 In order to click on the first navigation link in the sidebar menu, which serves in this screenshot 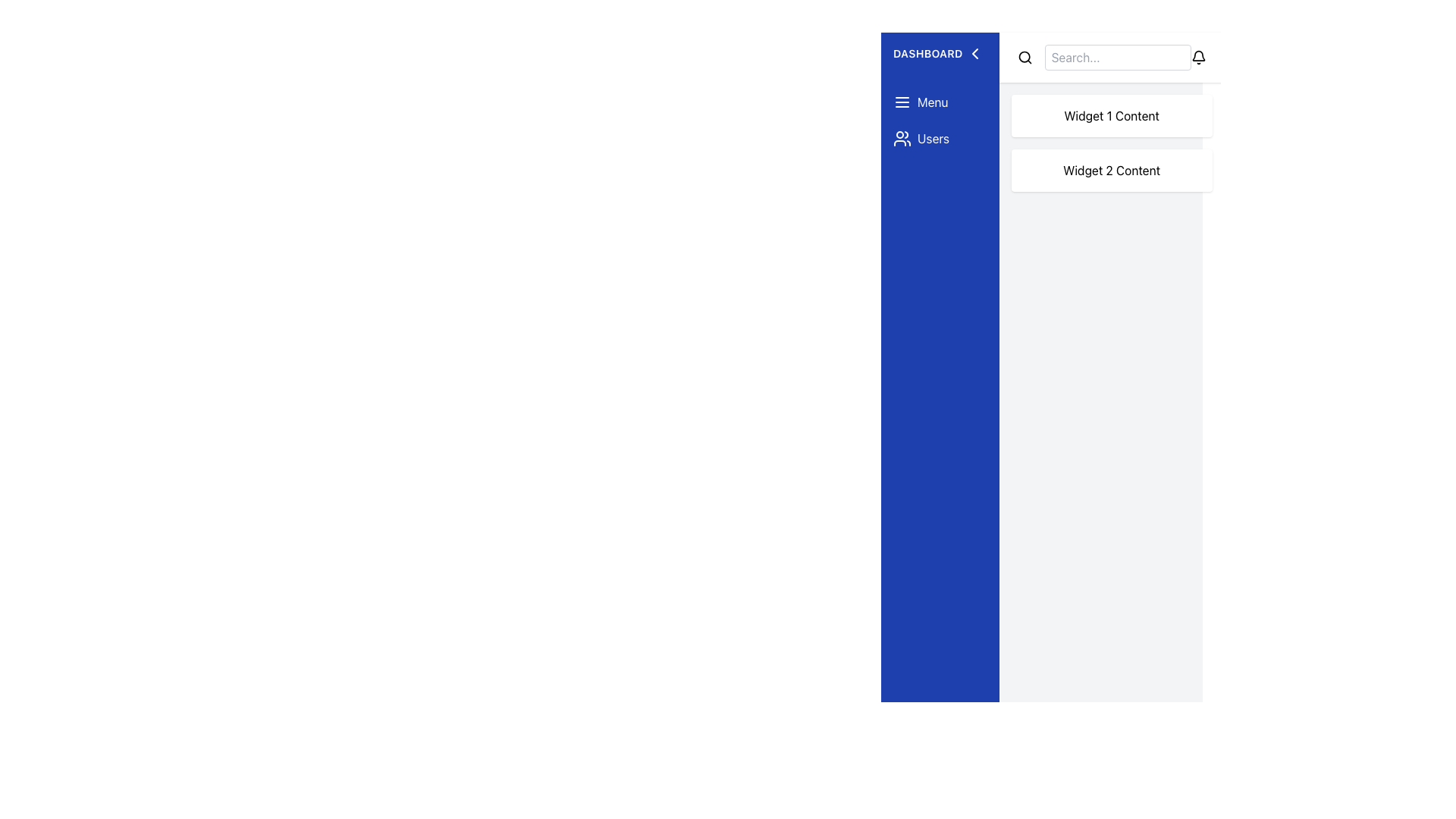, I will do `click(939, 102)`.